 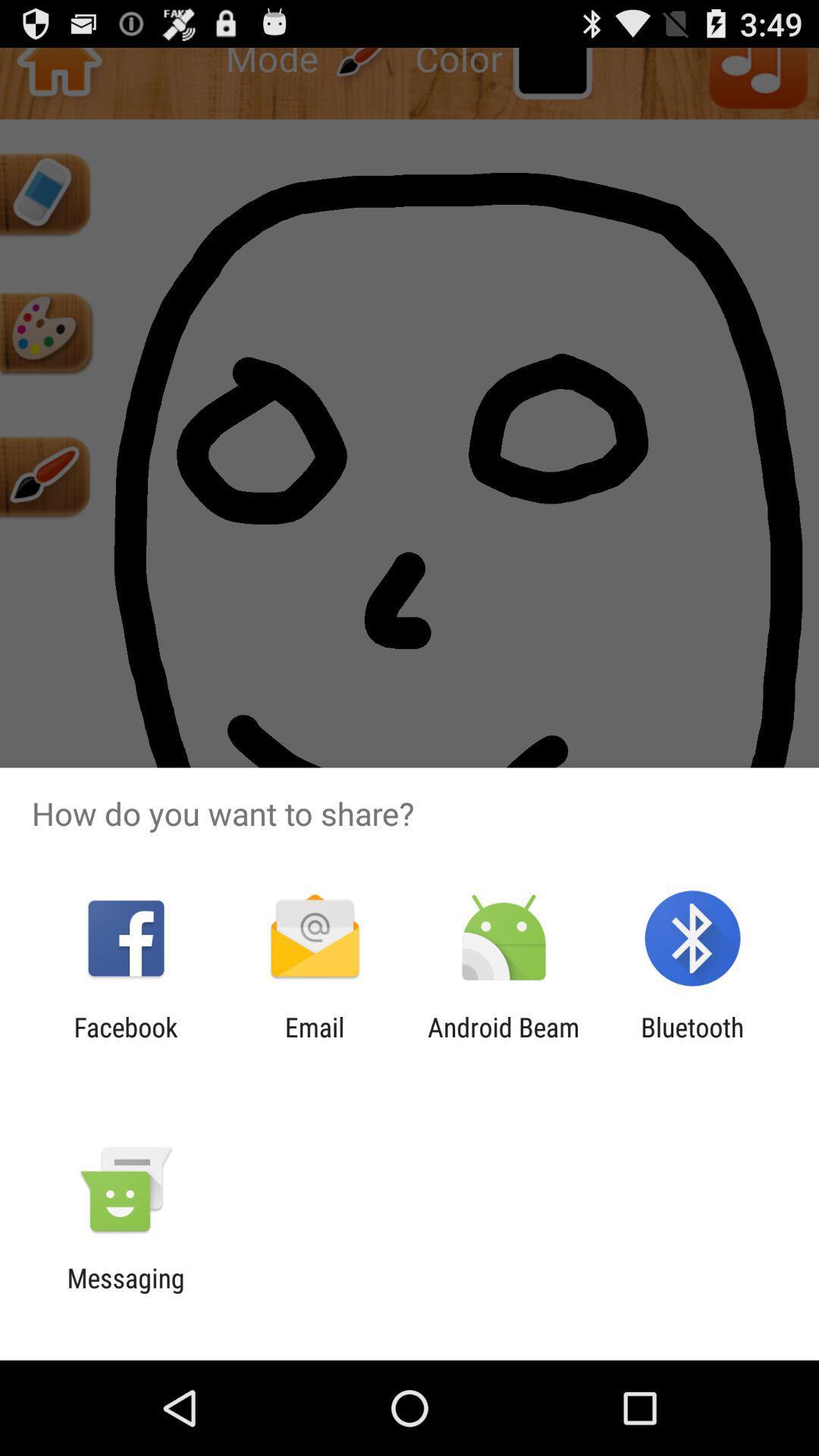 What do you see at coordinates (504, 1042) in the screenshot?
I see `app next to bluetooth icon` at bounding box center [504, 1042].